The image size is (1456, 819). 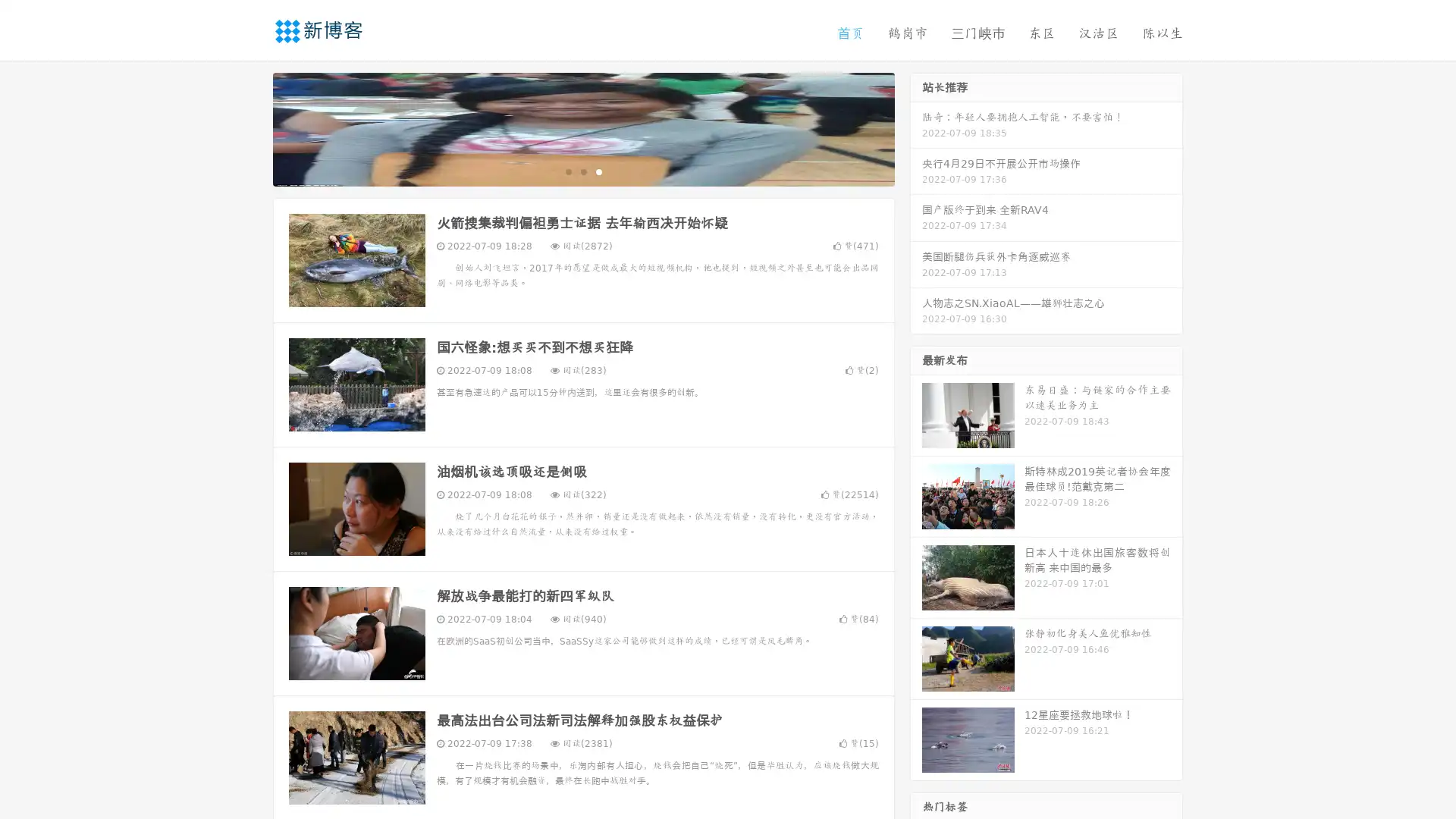 I want to click on Previous slide, so click(x=250, y=127).